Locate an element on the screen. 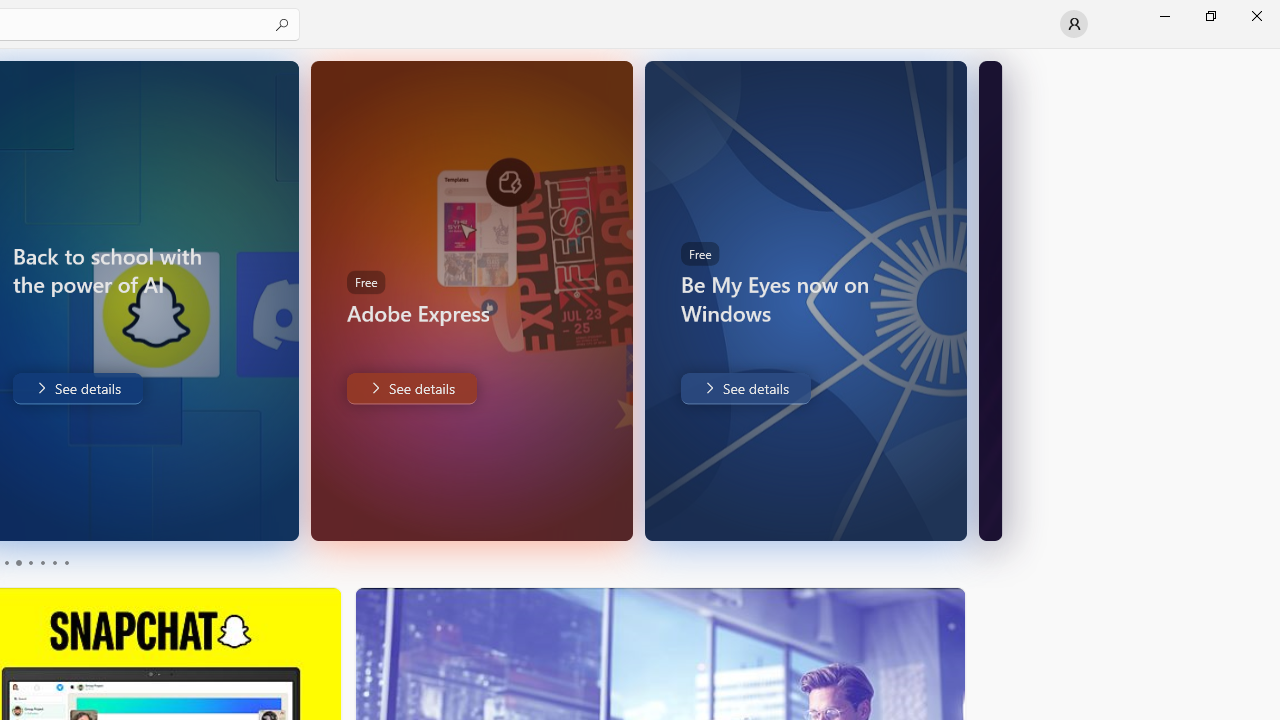 This screenshot has width=1280, height=720. 'Page 4' is located at coordinates (42, 563).